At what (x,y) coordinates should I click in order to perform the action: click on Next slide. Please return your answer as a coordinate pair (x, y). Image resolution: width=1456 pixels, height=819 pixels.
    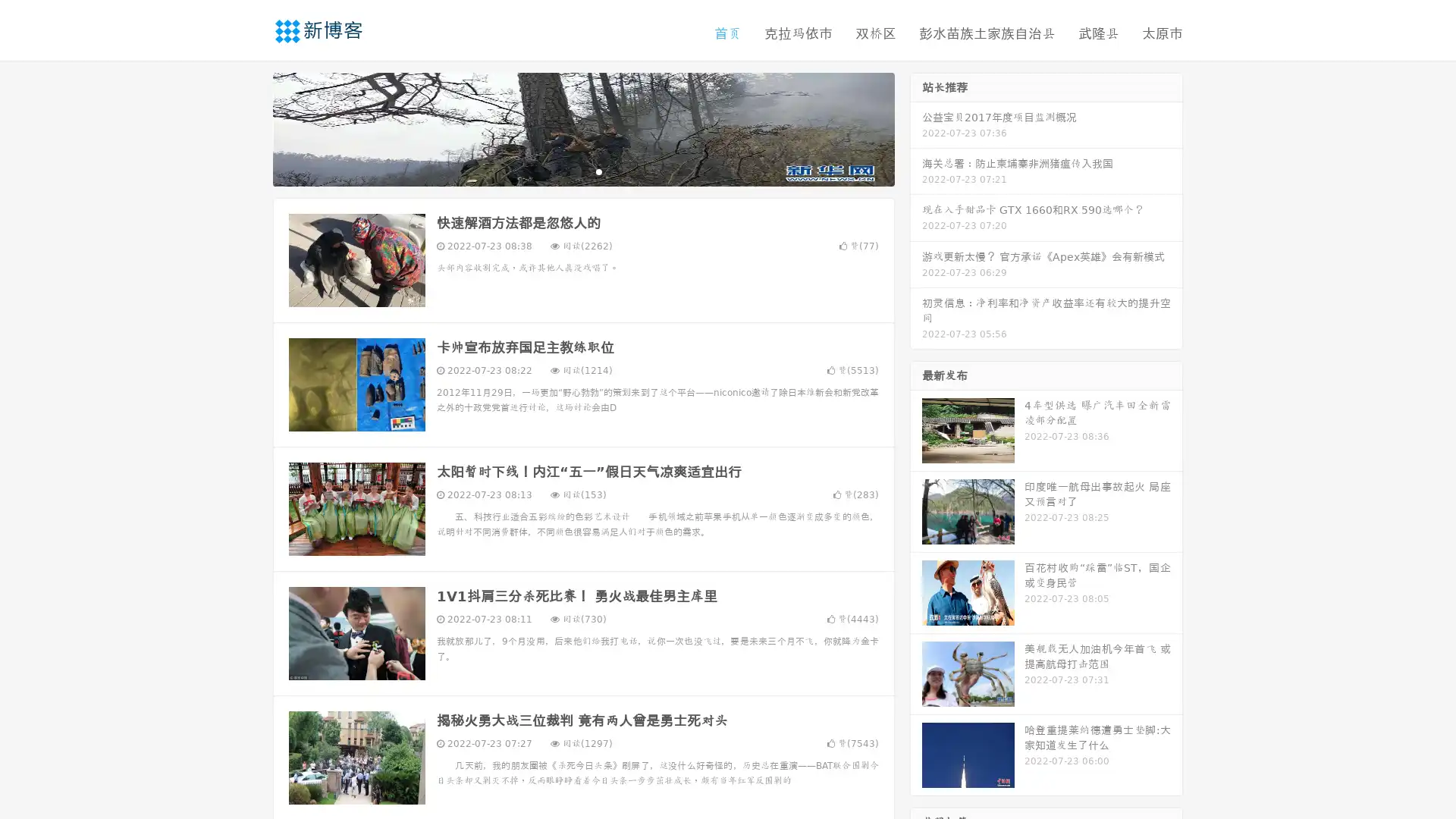
    Looking at the image, I should click on (916, 127).